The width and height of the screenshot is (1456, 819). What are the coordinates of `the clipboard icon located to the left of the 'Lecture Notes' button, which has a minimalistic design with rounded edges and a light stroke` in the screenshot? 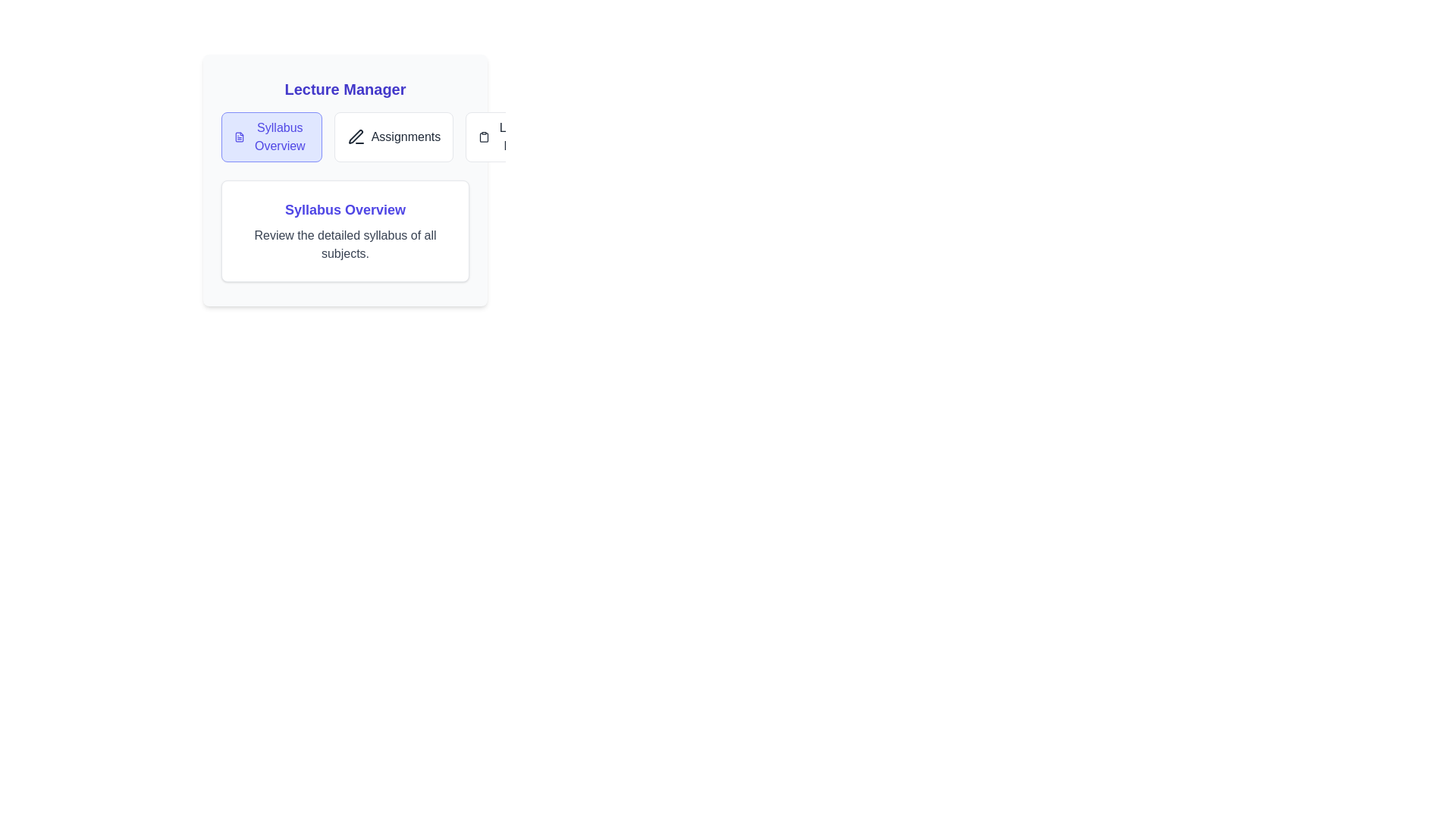 It's located at (483, 137).